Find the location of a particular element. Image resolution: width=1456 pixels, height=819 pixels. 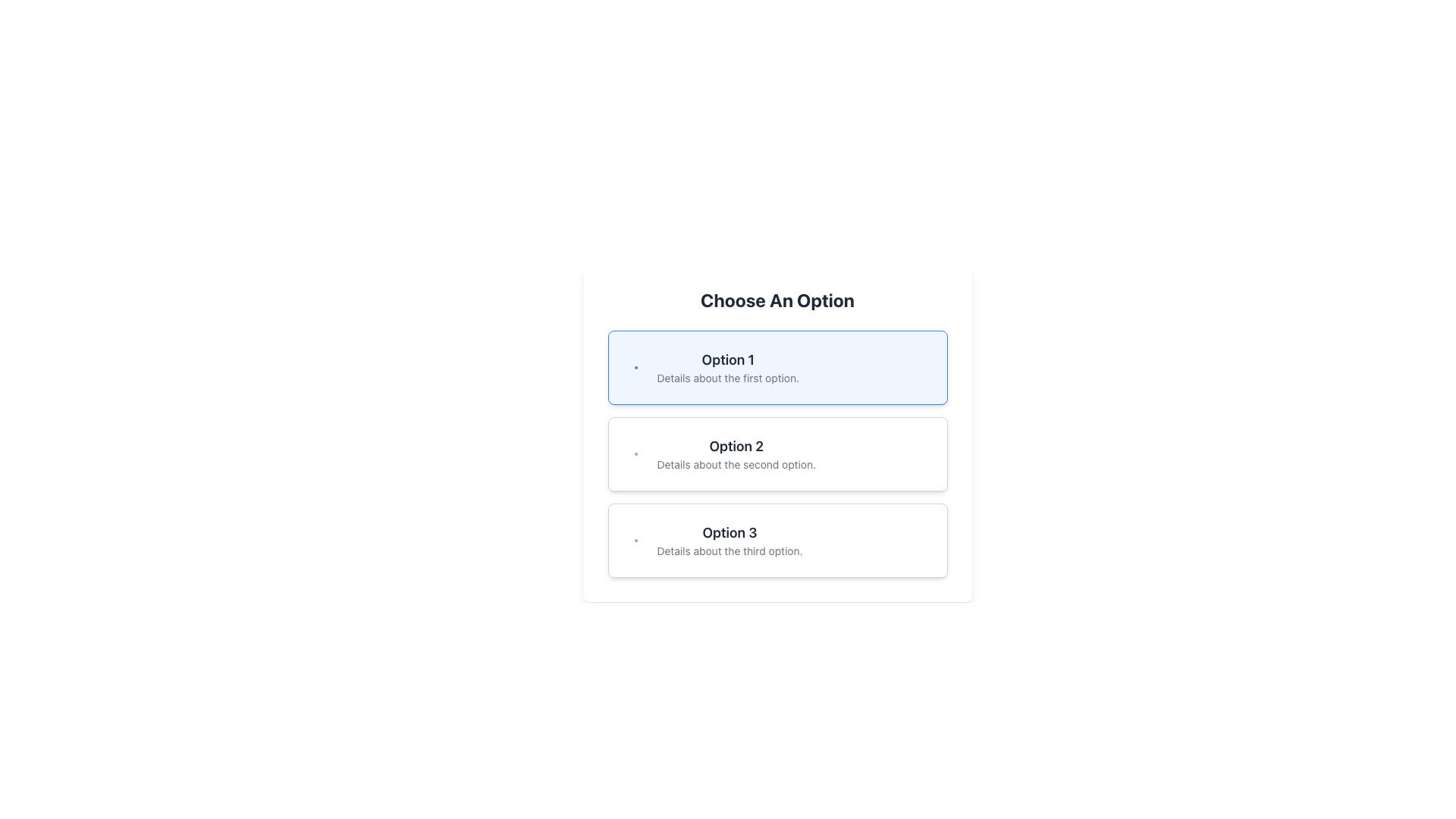

the button labeled 'Option 3' which is the third button in a vertical stack of options, styled with a light gray border and white background is located at coordinates (777, 540).